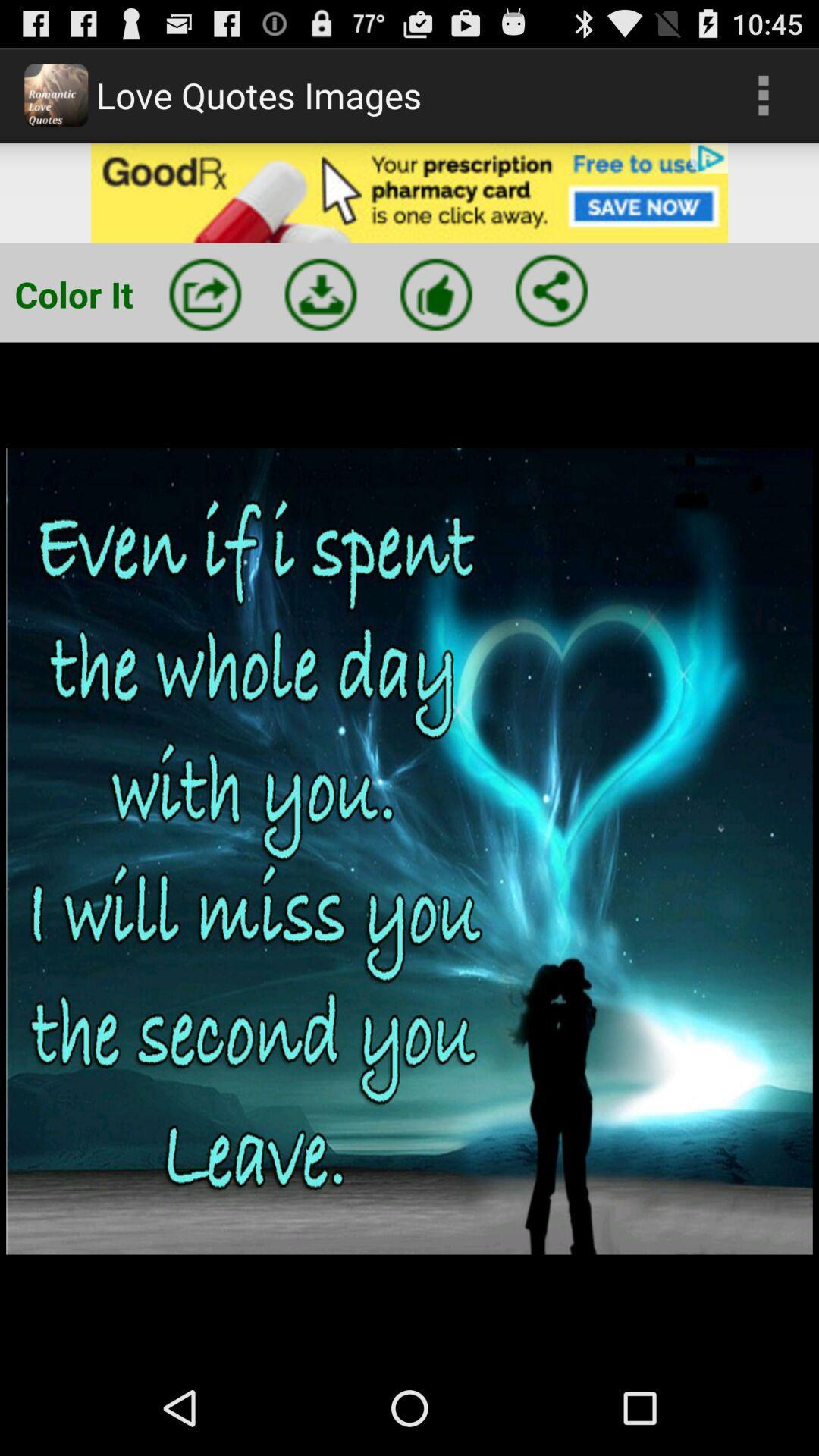  What do you see at coordinates (205, 294) in the screenshot?
I see `open in new page` at bounding box center [205, 294].